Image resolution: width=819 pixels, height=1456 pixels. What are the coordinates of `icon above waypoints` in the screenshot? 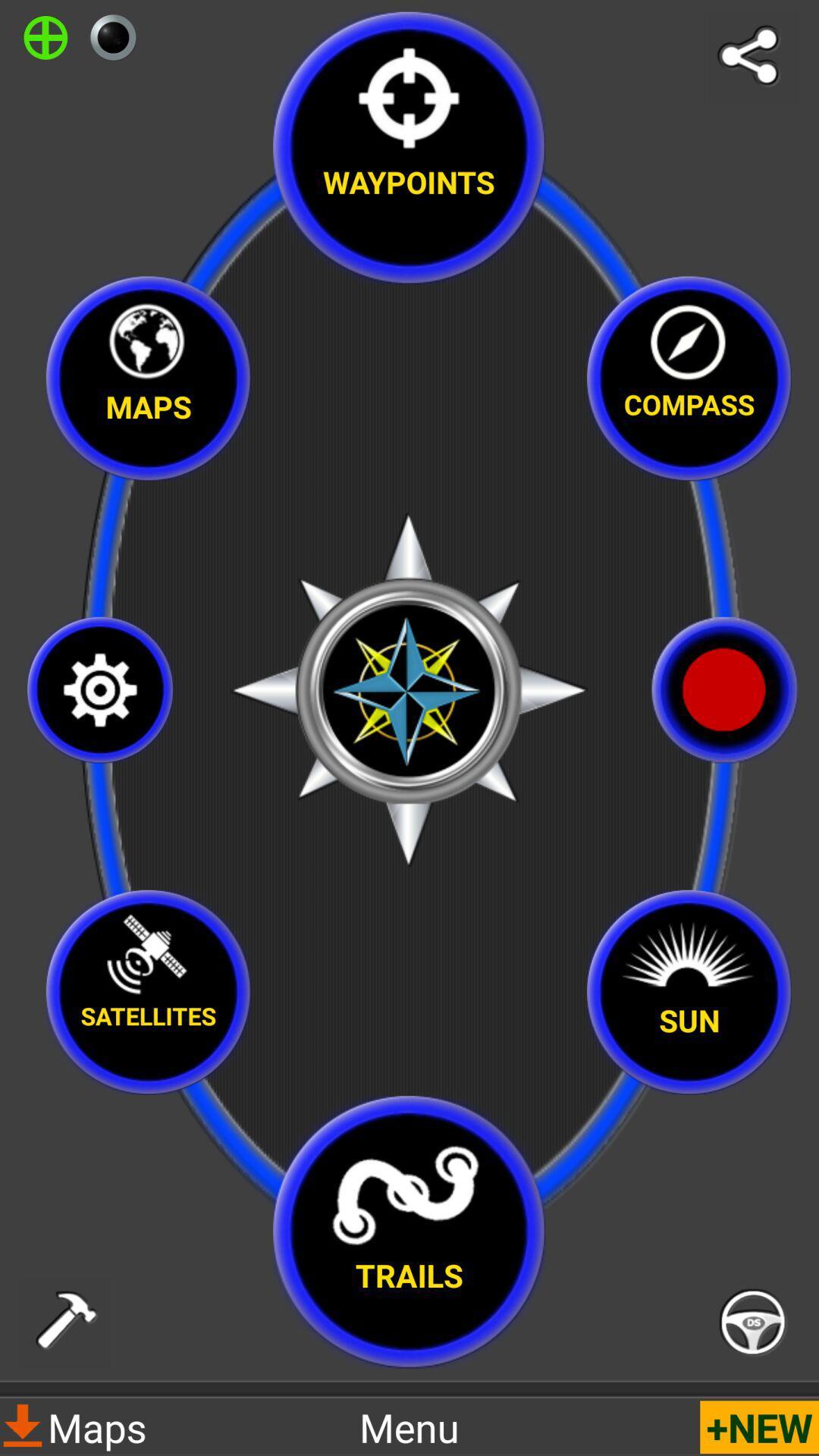 It's located at (408, 90).